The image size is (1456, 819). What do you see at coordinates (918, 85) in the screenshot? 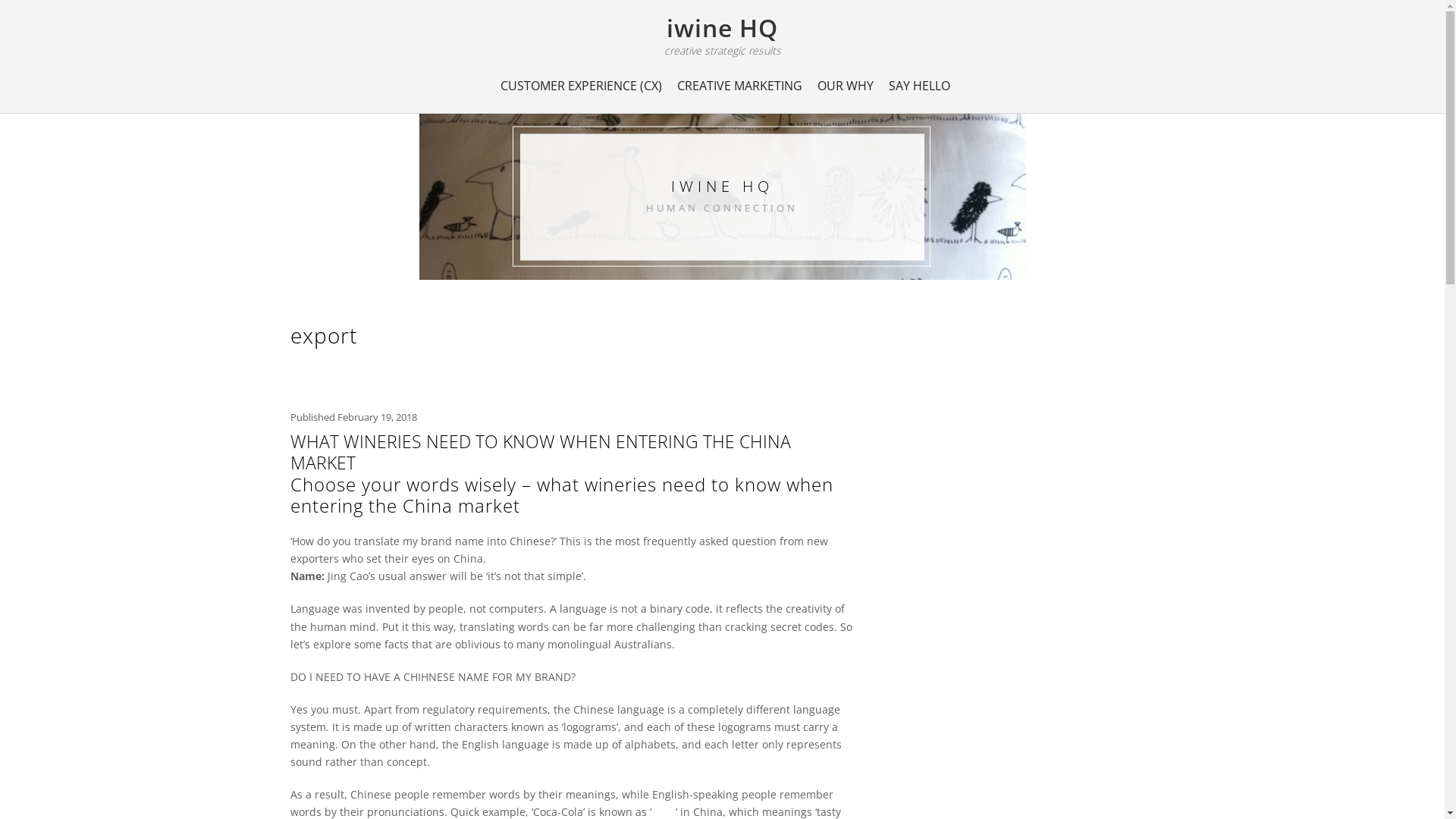
I see `'SAY HELLO'` at bounding box center [918, 85].